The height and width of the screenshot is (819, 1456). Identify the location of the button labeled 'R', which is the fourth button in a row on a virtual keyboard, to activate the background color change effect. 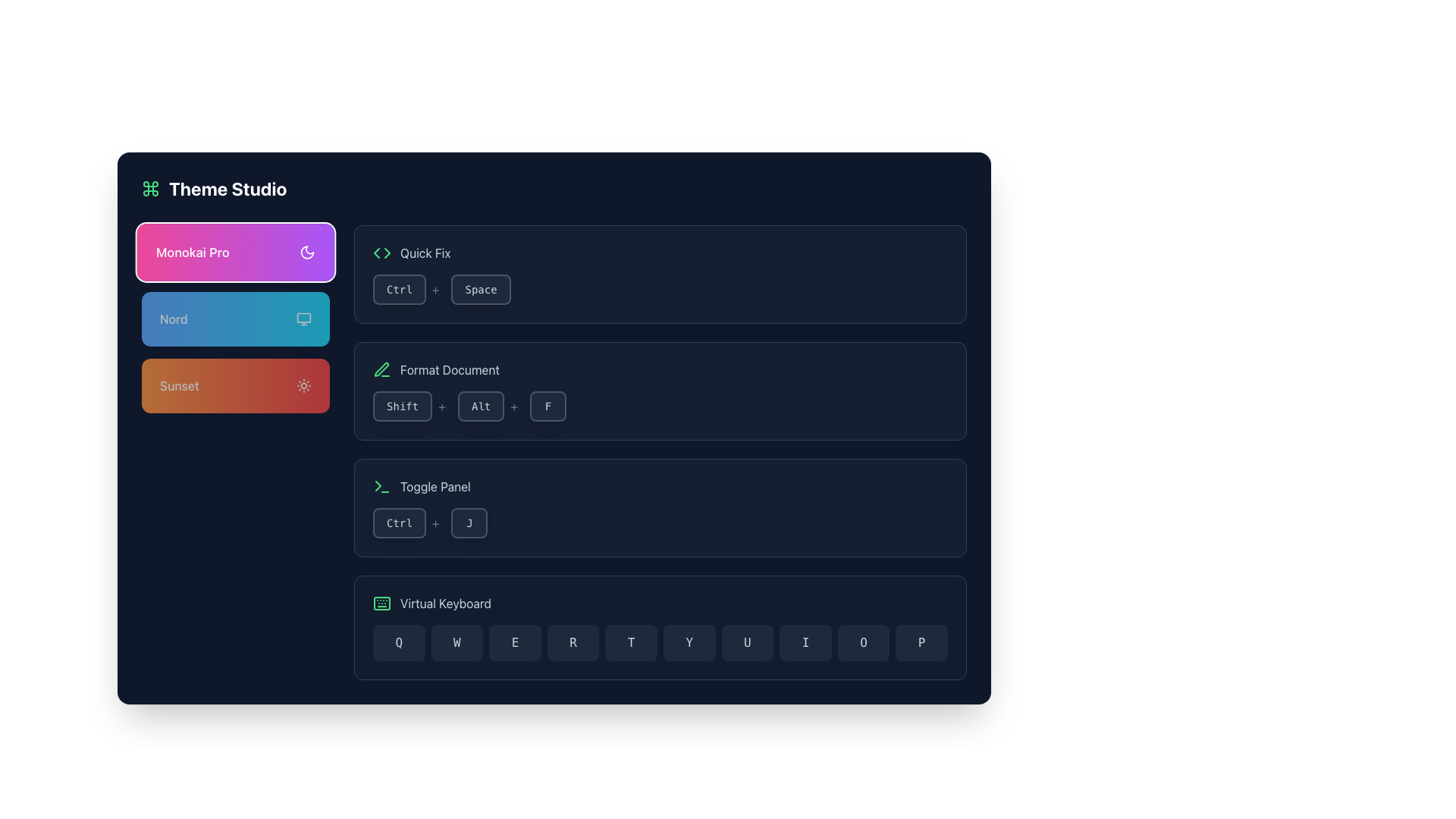
(573, 643).